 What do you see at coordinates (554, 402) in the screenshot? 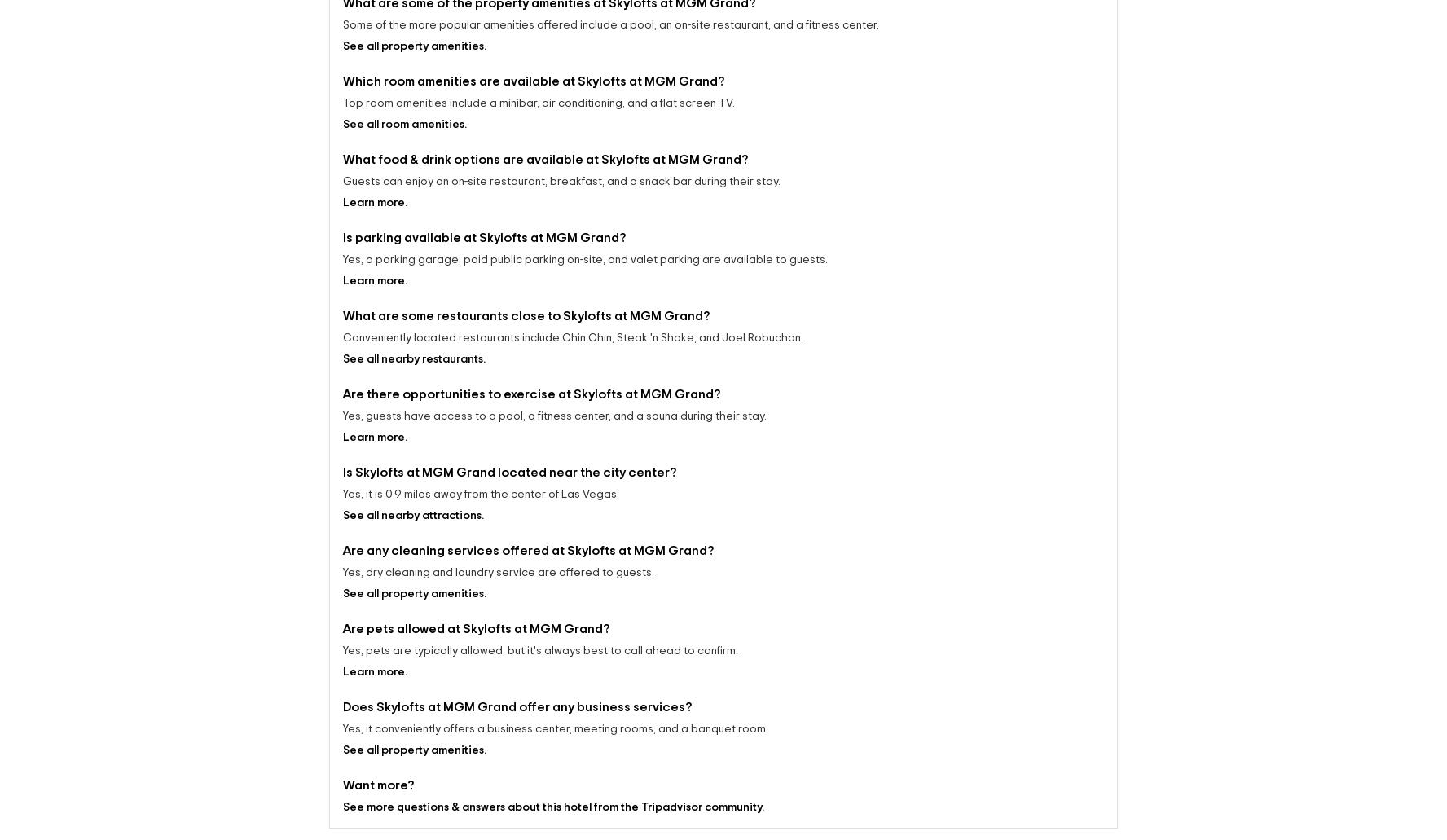
I see `'Yes, guests have access to a pool, a fitness center, and a sauna during their stay.'` at bounding box center [554, 402].